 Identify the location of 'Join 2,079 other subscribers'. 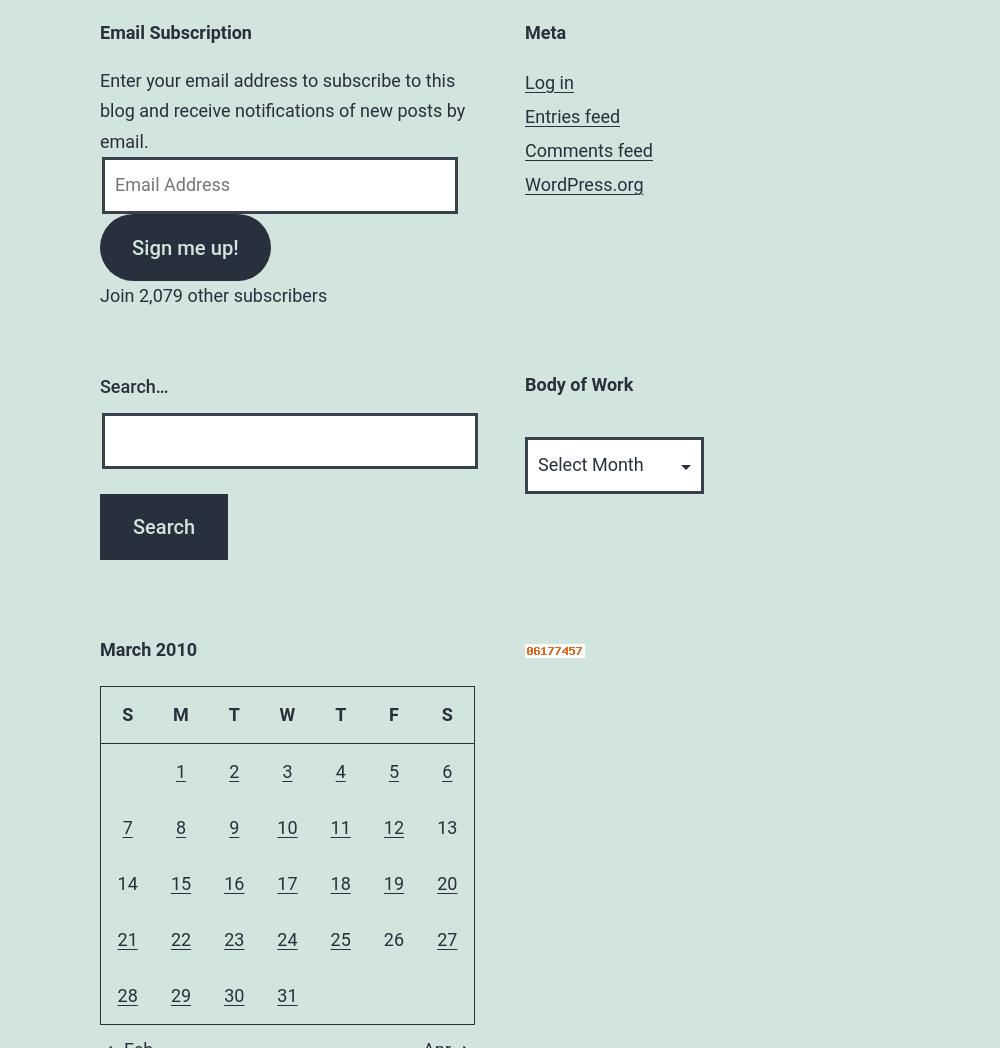
(212, 294).